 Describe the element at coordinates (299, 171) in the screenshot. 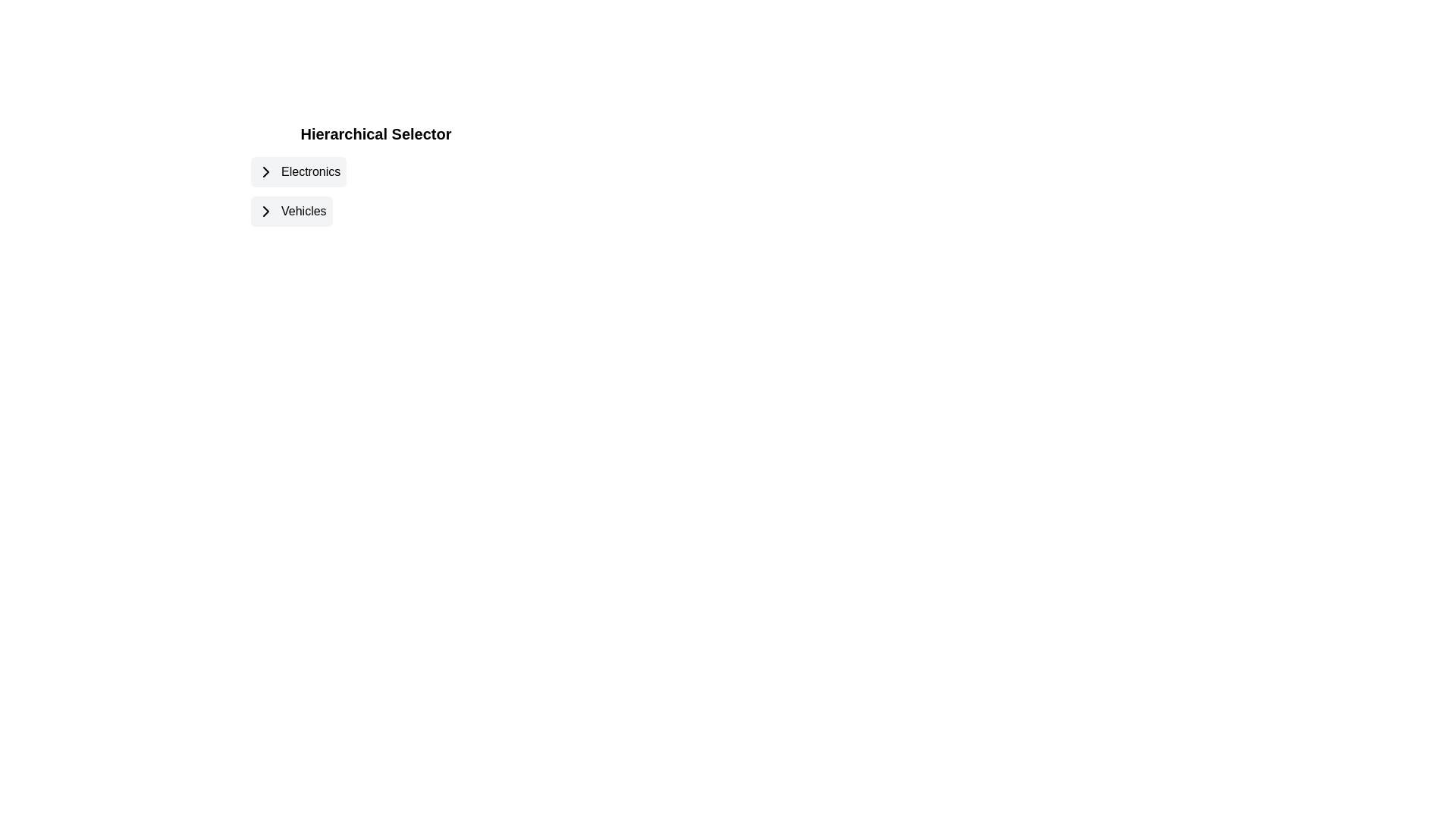

I see `the 'Electronics' button, which is a horizontally aligned component with black text and a right-pointing arrow icon, located below the 'Hierarchical Selector' heading` at that location.